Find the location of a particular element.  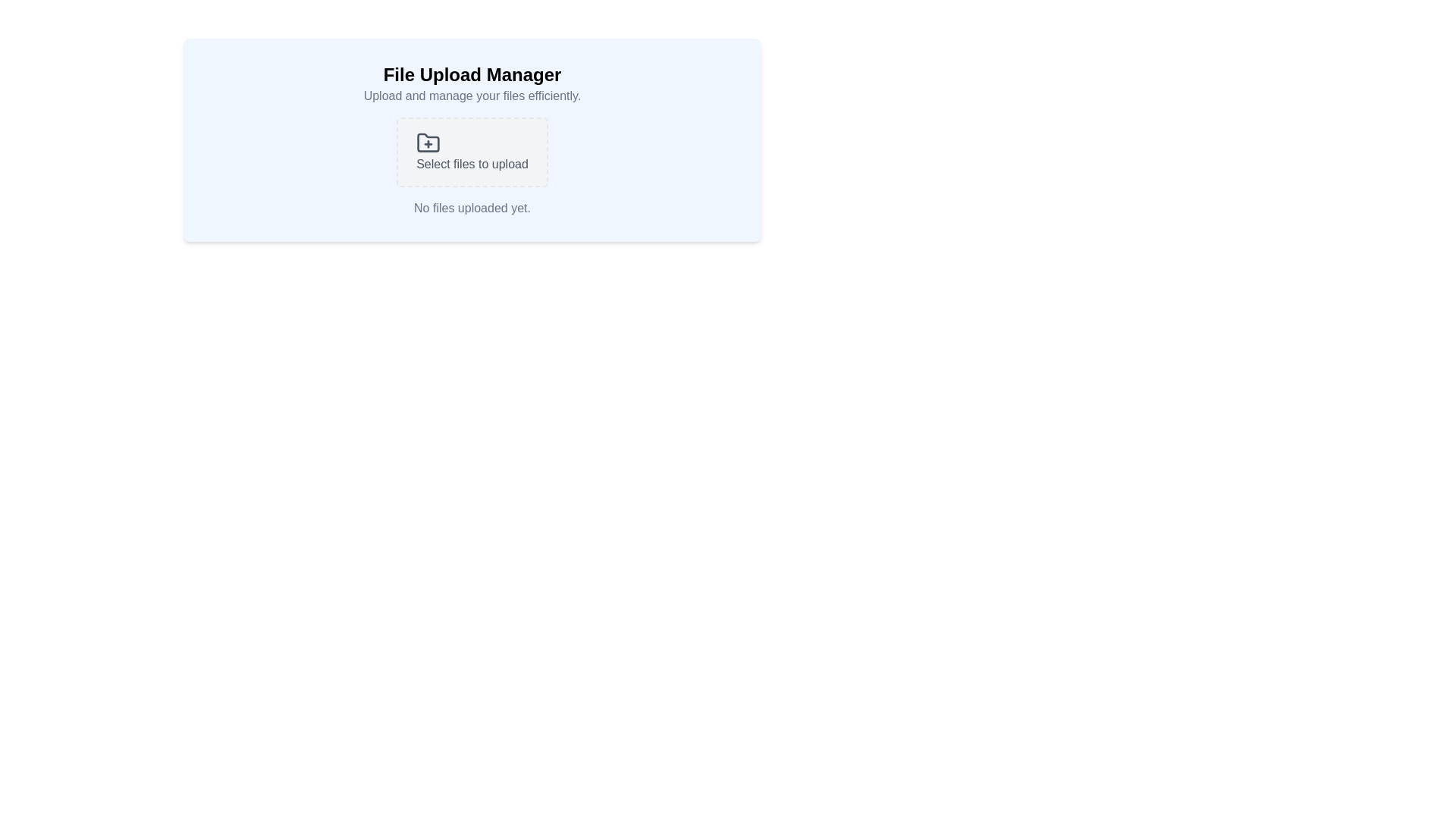

the static text label that provides a brief description about the functionality of the application, located directly below the 'File Upload Manager' heading is located at coordinates (472, 96).